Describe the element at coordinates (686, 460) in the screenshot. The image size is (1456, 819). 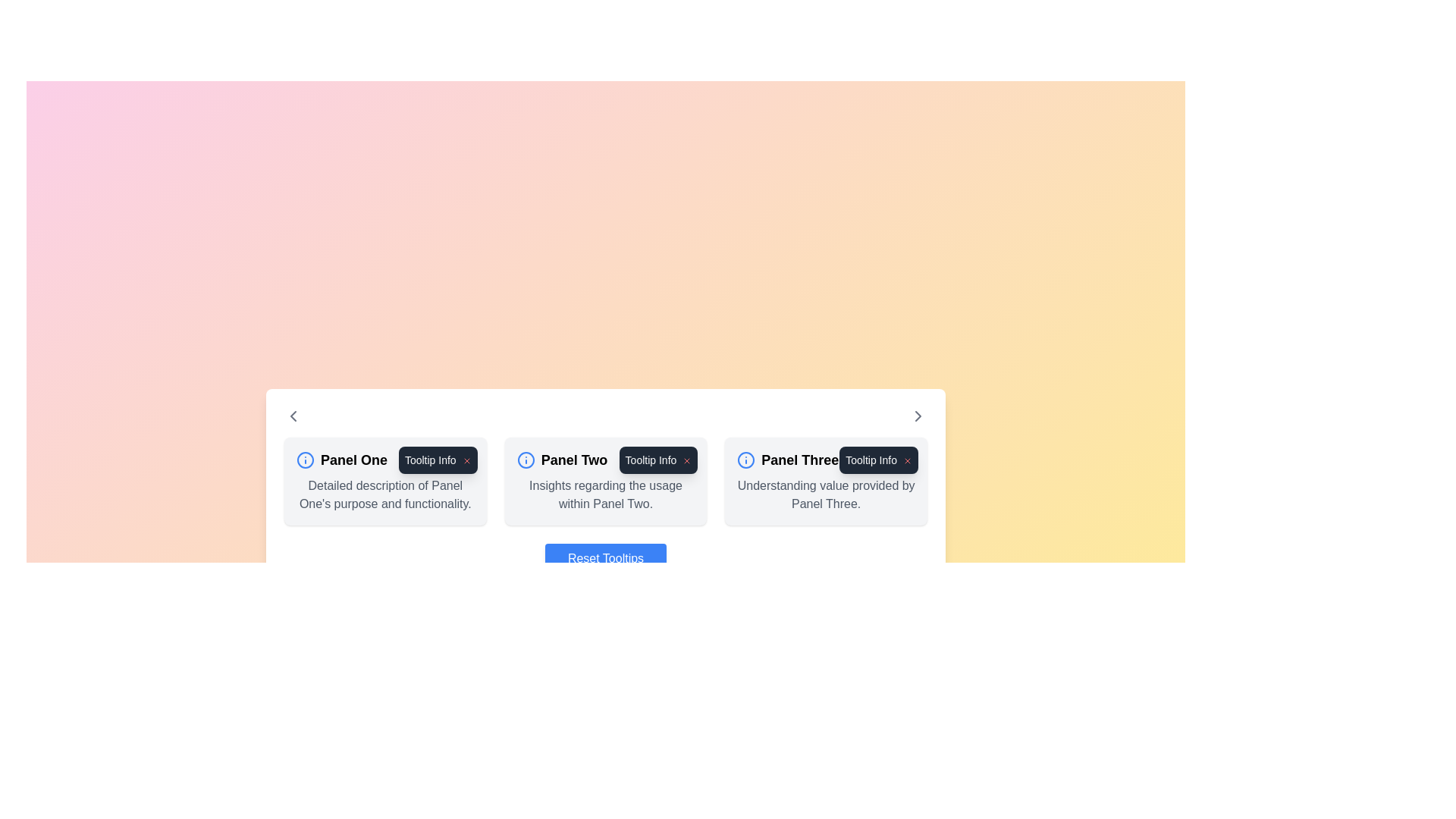
I see `the Close button located at the top-right corner of the tooltip associated with 'Panel Two'` at that location.